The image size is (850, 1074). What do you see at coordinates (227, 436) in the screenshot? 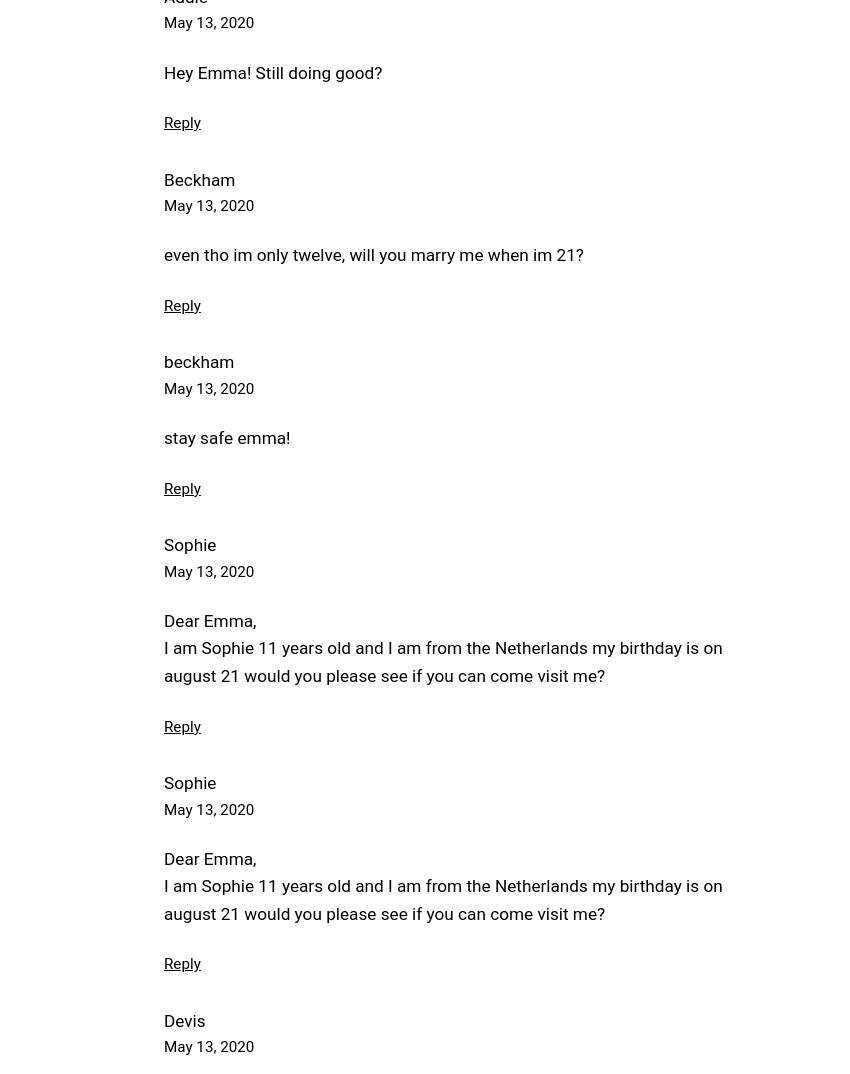
I see `'stay safe emma!'` at bounding box center [227, 436].